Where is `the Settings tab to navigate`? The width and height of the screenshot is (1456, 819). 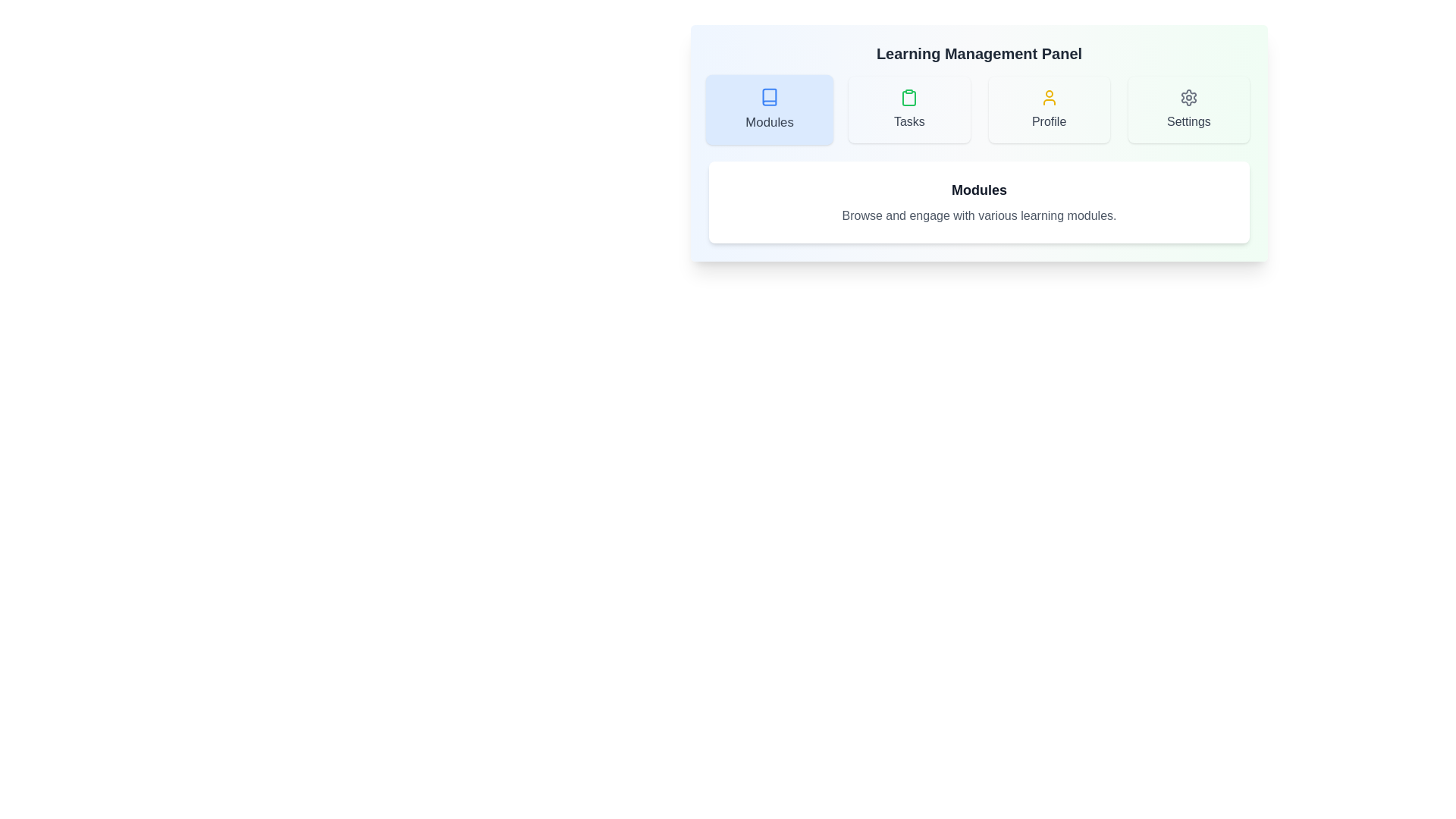
the Settings tab to navigate is located at coordinates (1188, 109).